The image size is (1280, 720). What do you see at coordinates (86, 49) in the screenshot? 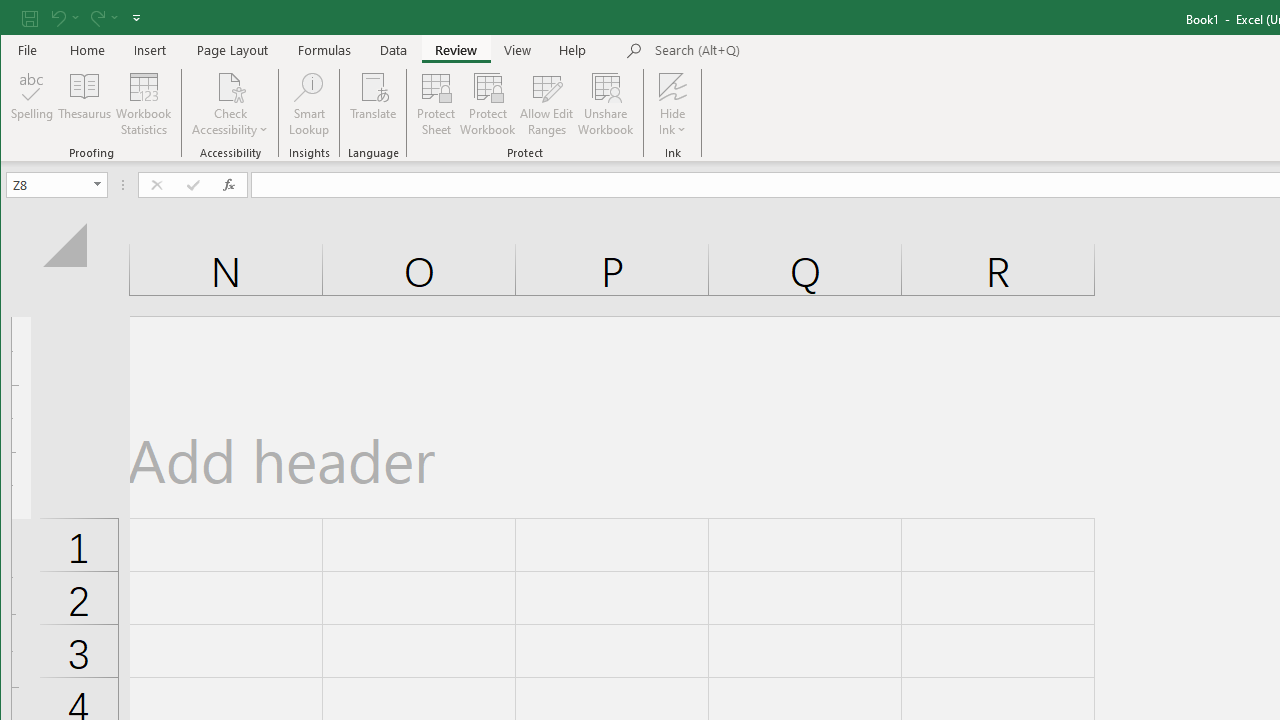
I see `'Home'` at bounding box center [86, 49].